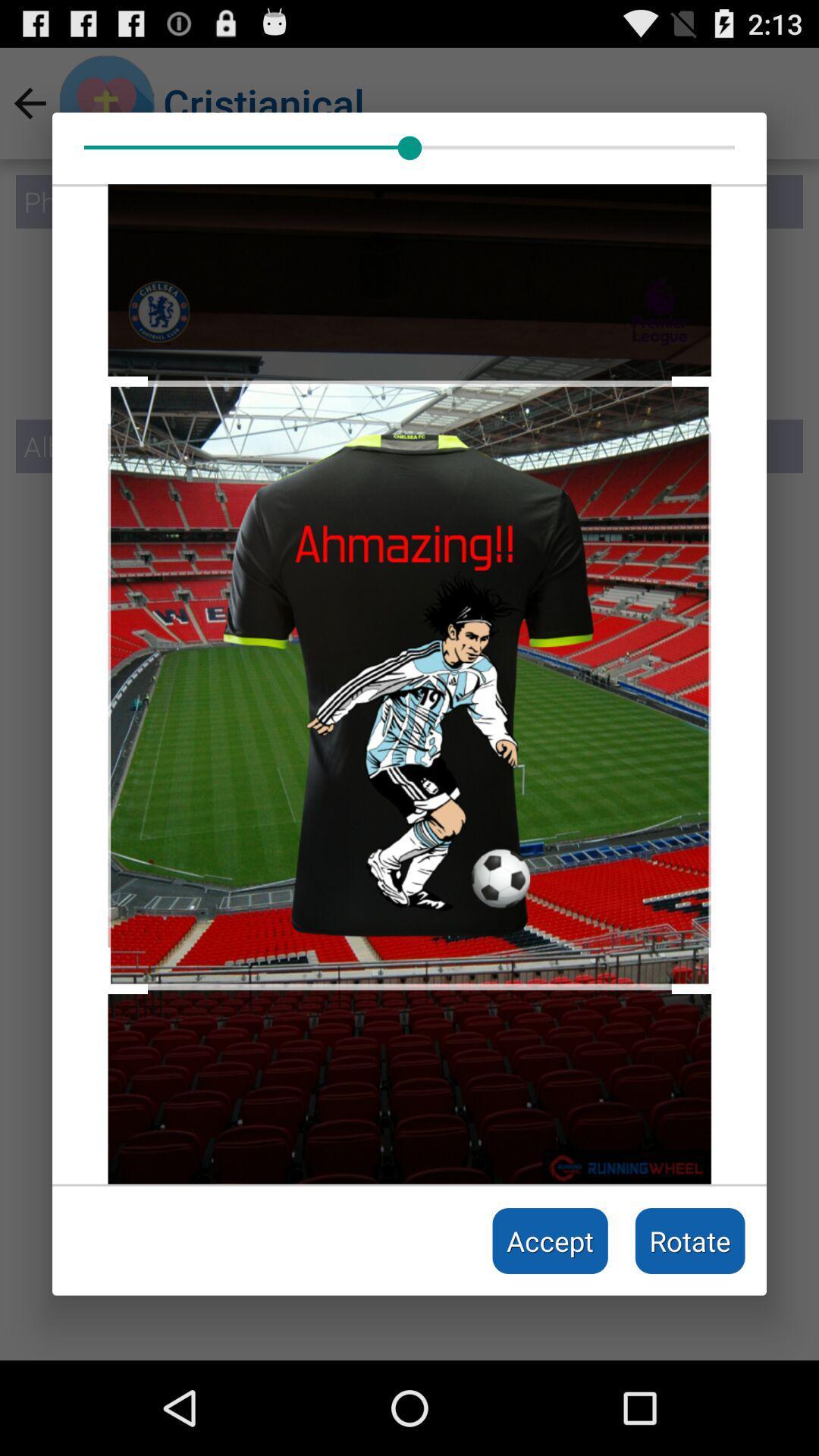 The width and height of the screenshot is (819, 1456). I want to click on the item to the left of rotate icon, so click(550, 1241).